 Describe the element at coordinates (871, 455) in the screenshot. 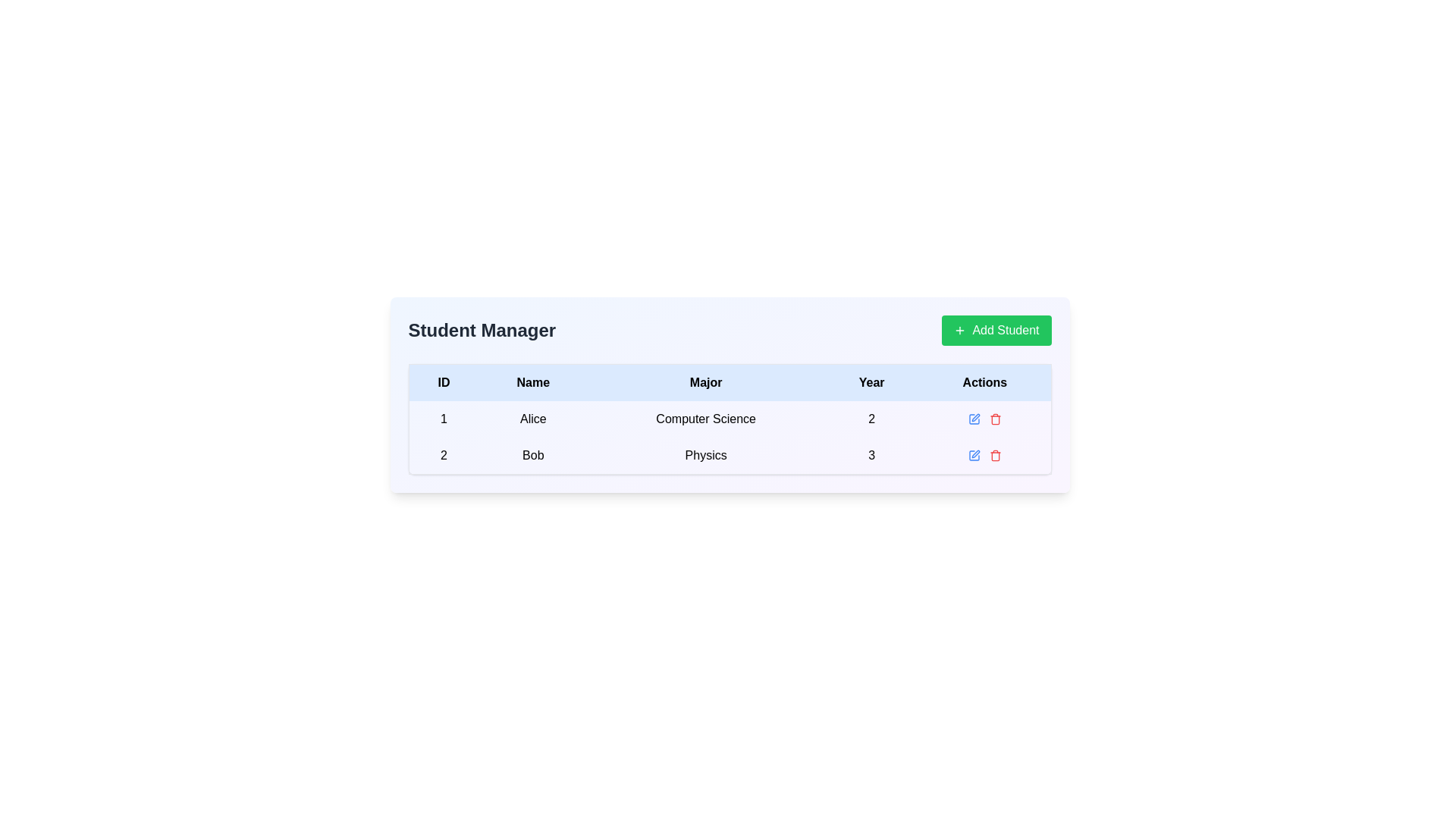

I see `the static text label displaying the year associated with the student record in the fourth column of the second row of the table, which is read-only and located near 'Bob' in the 'Name' column and 'Physics' in the 'Major' column` at that location.